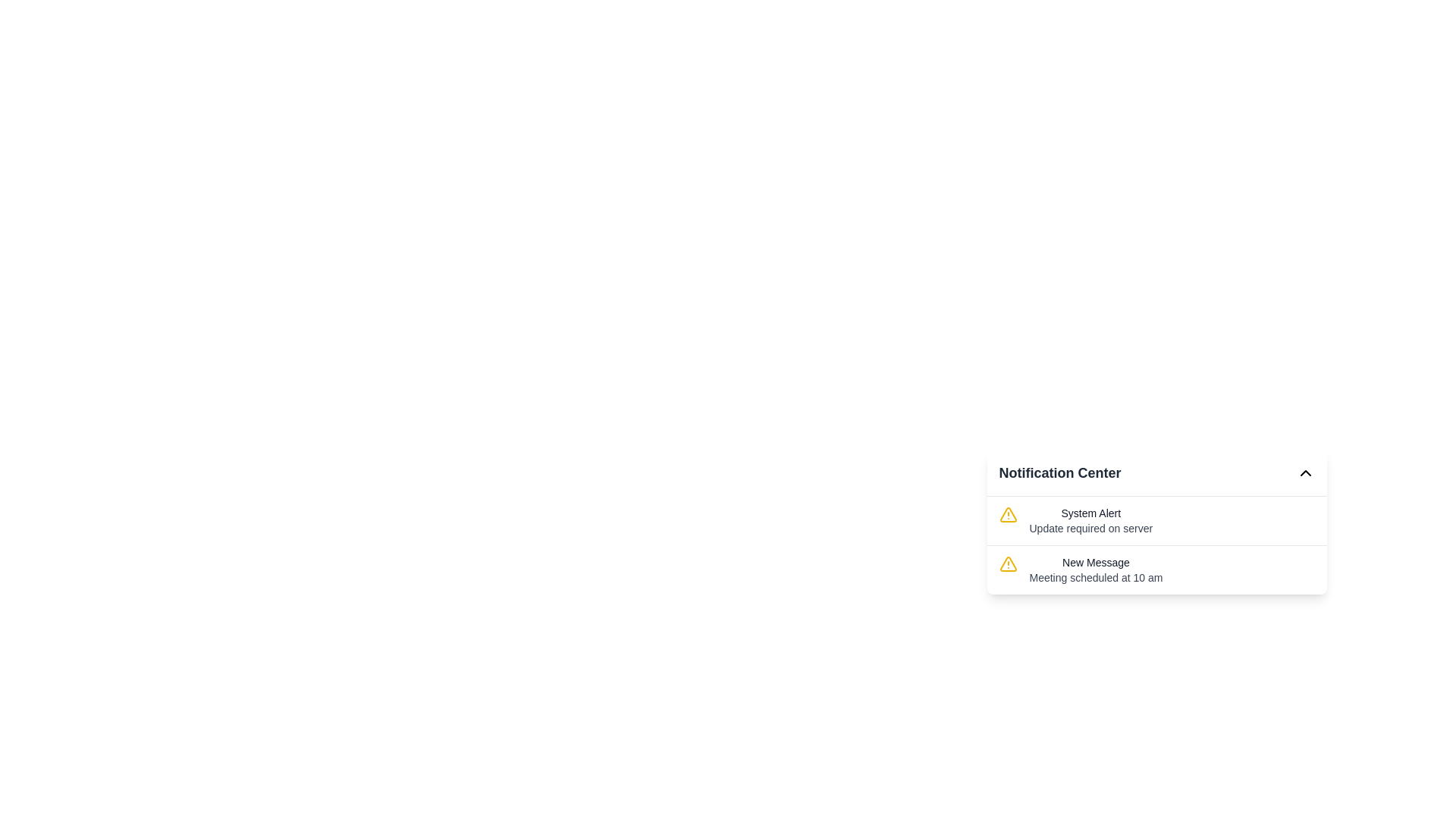 This screenshot has height=819, width=1456. Describe the element at coordinates (1156, 519) in the screenshot. I see `the Notification card, which is the top item in the Notification Center` at that location.